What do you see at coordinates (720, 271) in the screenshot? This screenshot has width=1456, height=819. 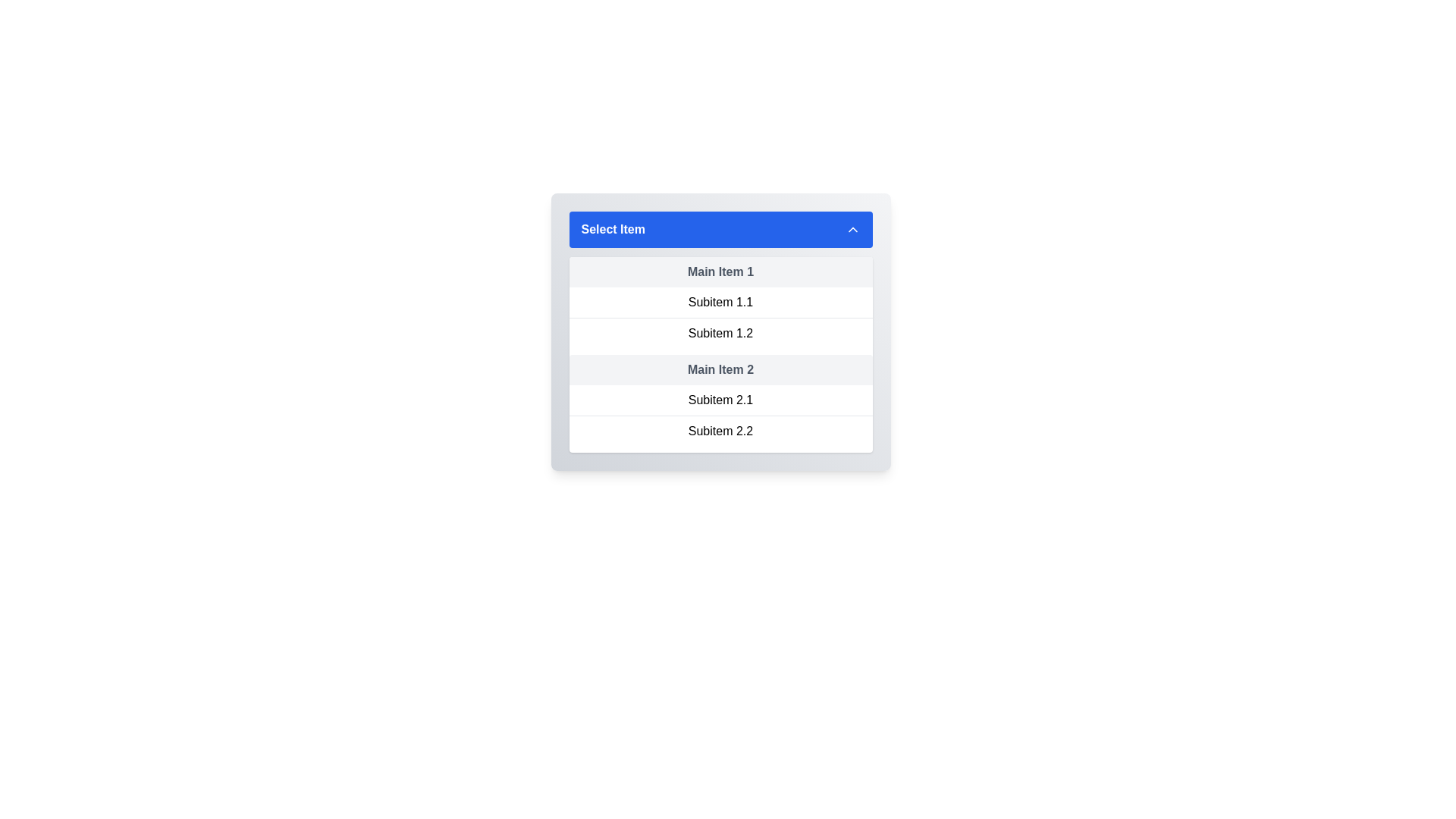 I see `the static text label 'Main Item 1' which is a rectangular region with a white background, rounded corners, and bold gray text, positioned under the blue header 'Select Item' in the dropdown menu` at bounding box center [720, 271].